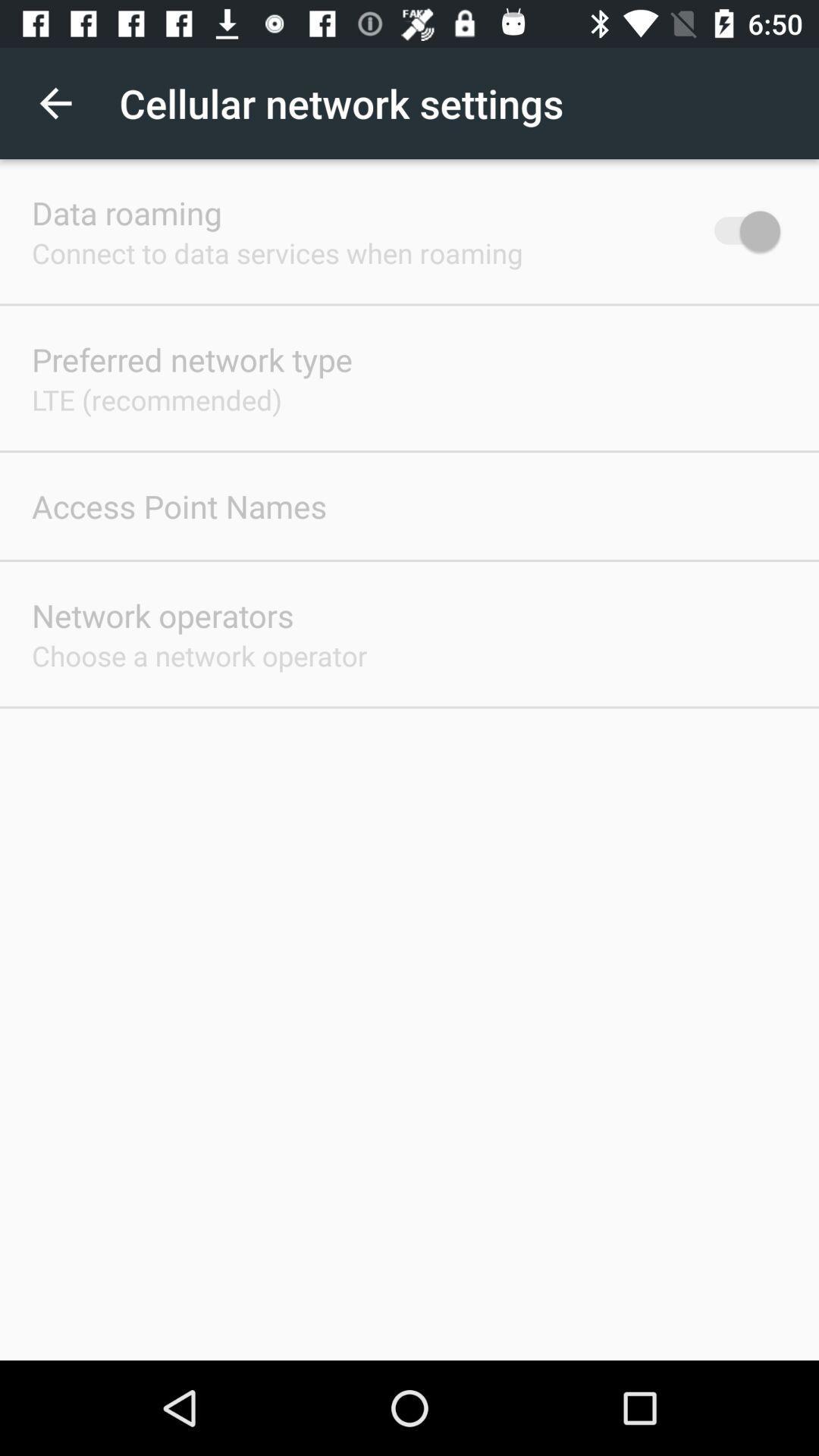  What do you see at coordinates (199, 655) in the screenshot?
I see `item below the network operators` at bounding box center [199, 655].